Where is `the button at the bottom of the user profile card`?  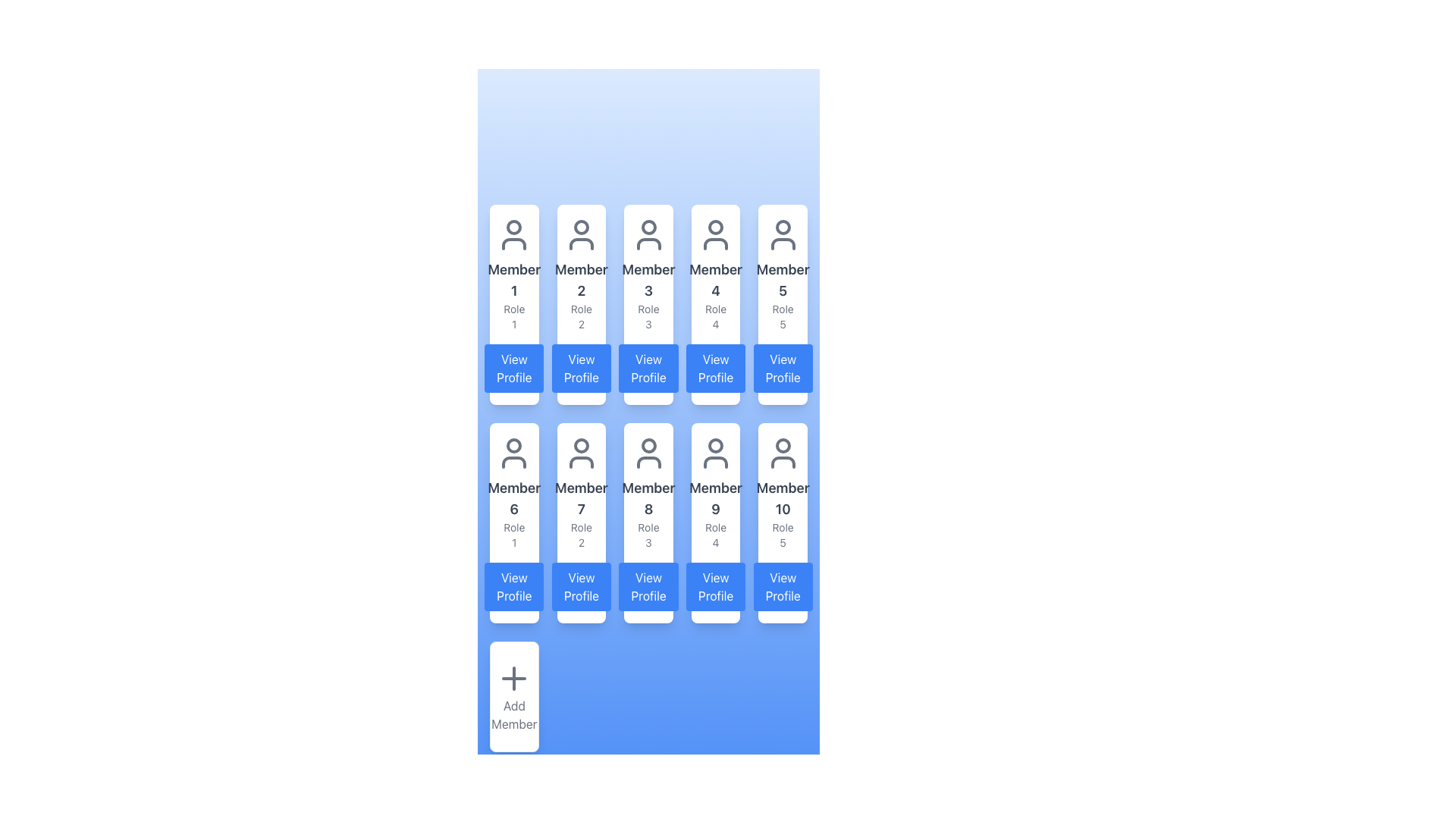
the button at the bottom of the user profile card is located at coordinates (783, 586).